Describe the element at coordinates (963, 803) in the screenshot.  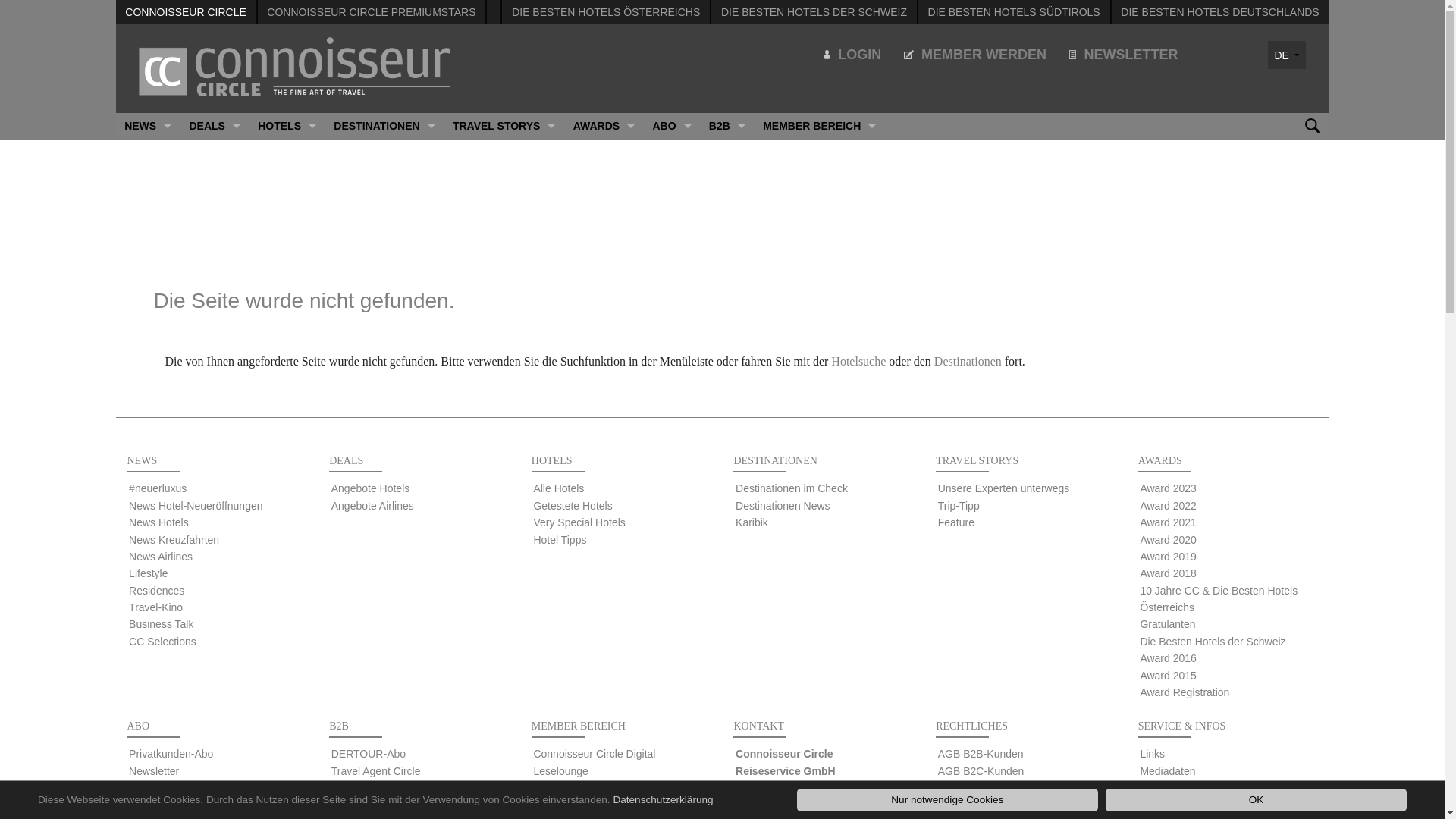
I see `'Impressum'` at that location.